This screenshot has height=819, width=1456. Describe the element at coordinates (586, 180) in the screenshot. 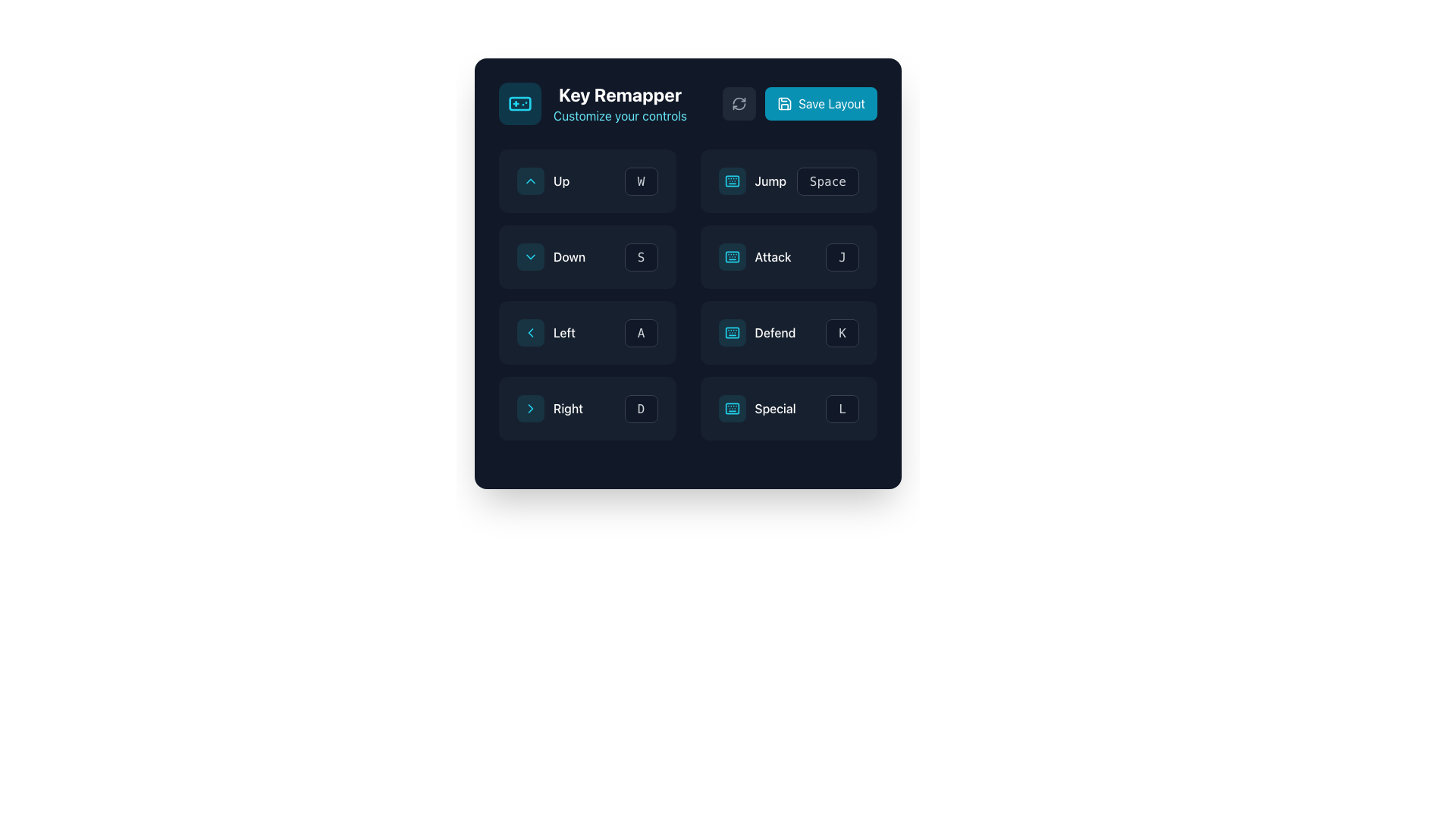

I see `the rectangular button labeled 'W' with a bold, monospaced font, located on the far right beside the 'Up' button` at that location.